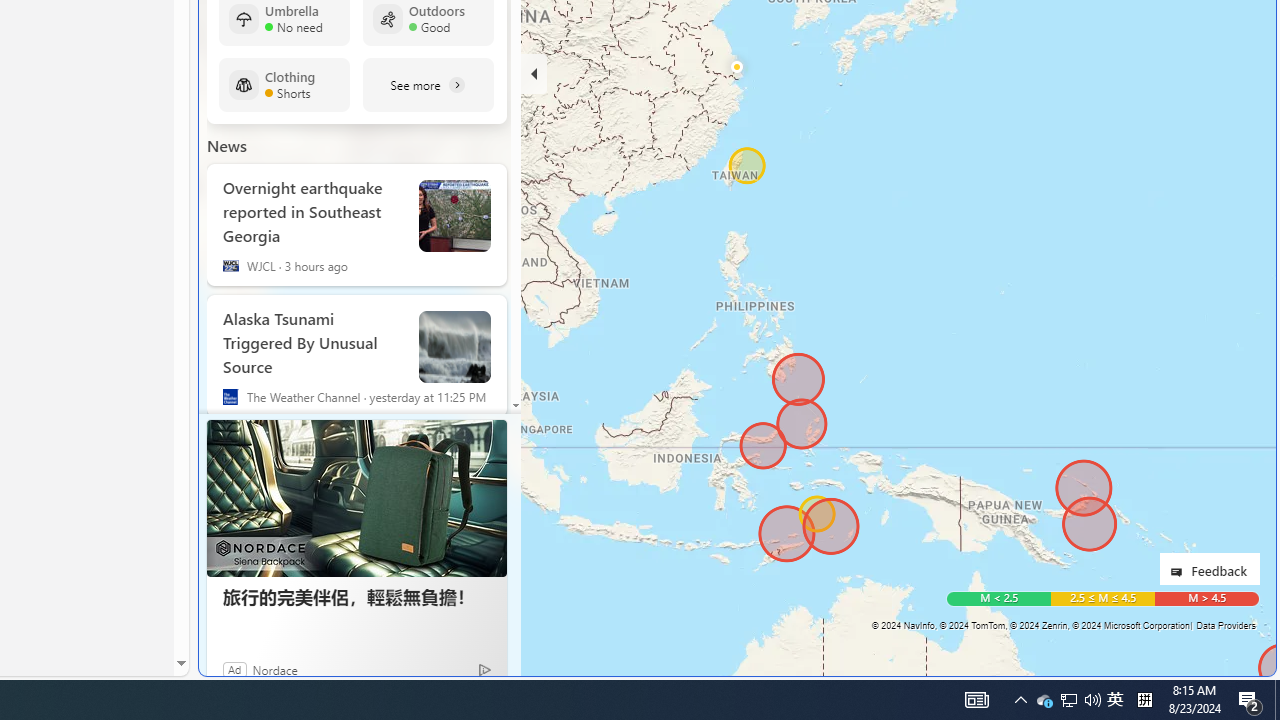  I want to click on 'Ad Choice', so click(485, 669).